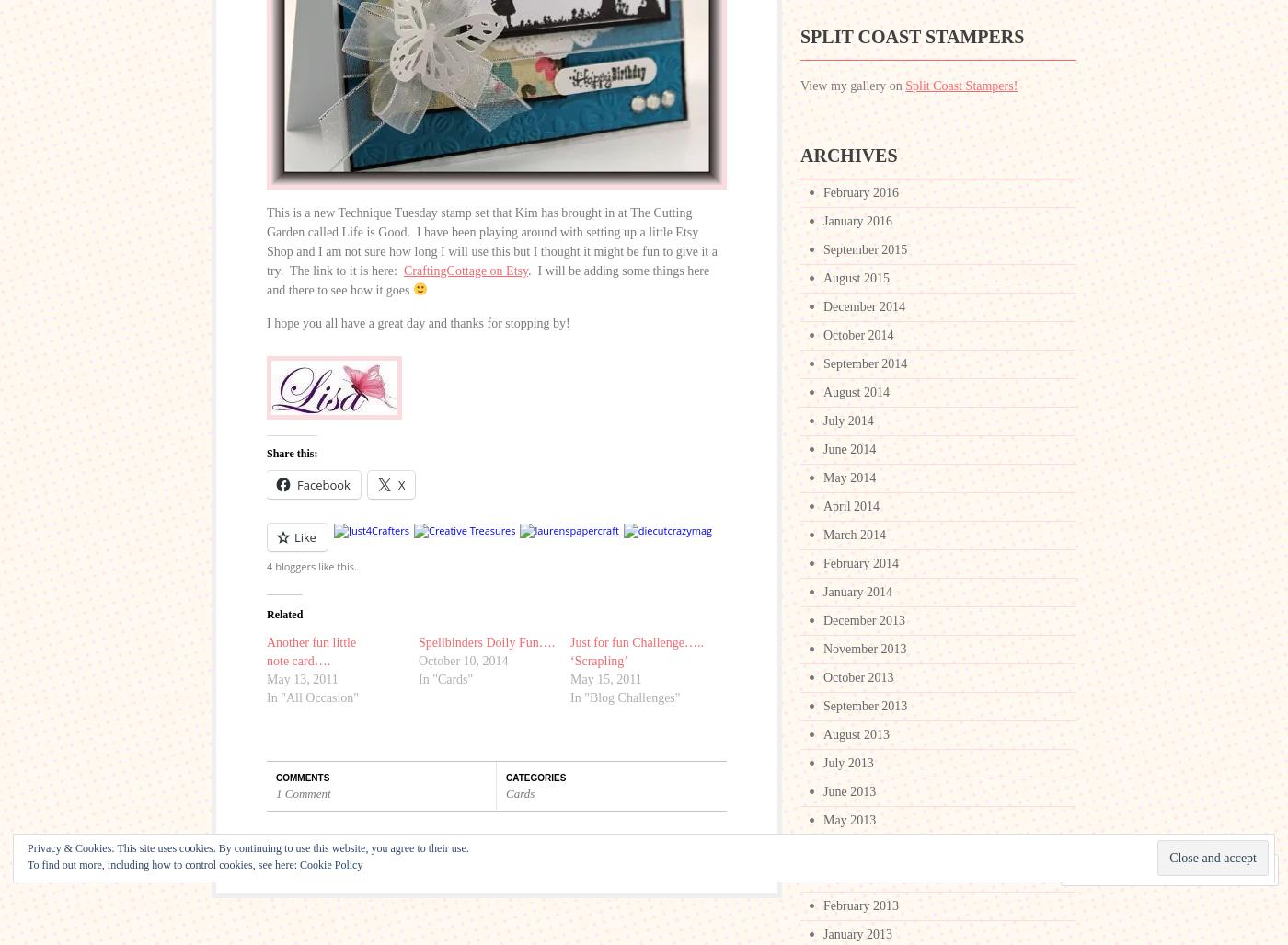 Image resolution: width=1288 pixels, height=945 pixels. Describe the element at coordinates (855, 535) in the screenshot. I see `'March 2014'` at that location.